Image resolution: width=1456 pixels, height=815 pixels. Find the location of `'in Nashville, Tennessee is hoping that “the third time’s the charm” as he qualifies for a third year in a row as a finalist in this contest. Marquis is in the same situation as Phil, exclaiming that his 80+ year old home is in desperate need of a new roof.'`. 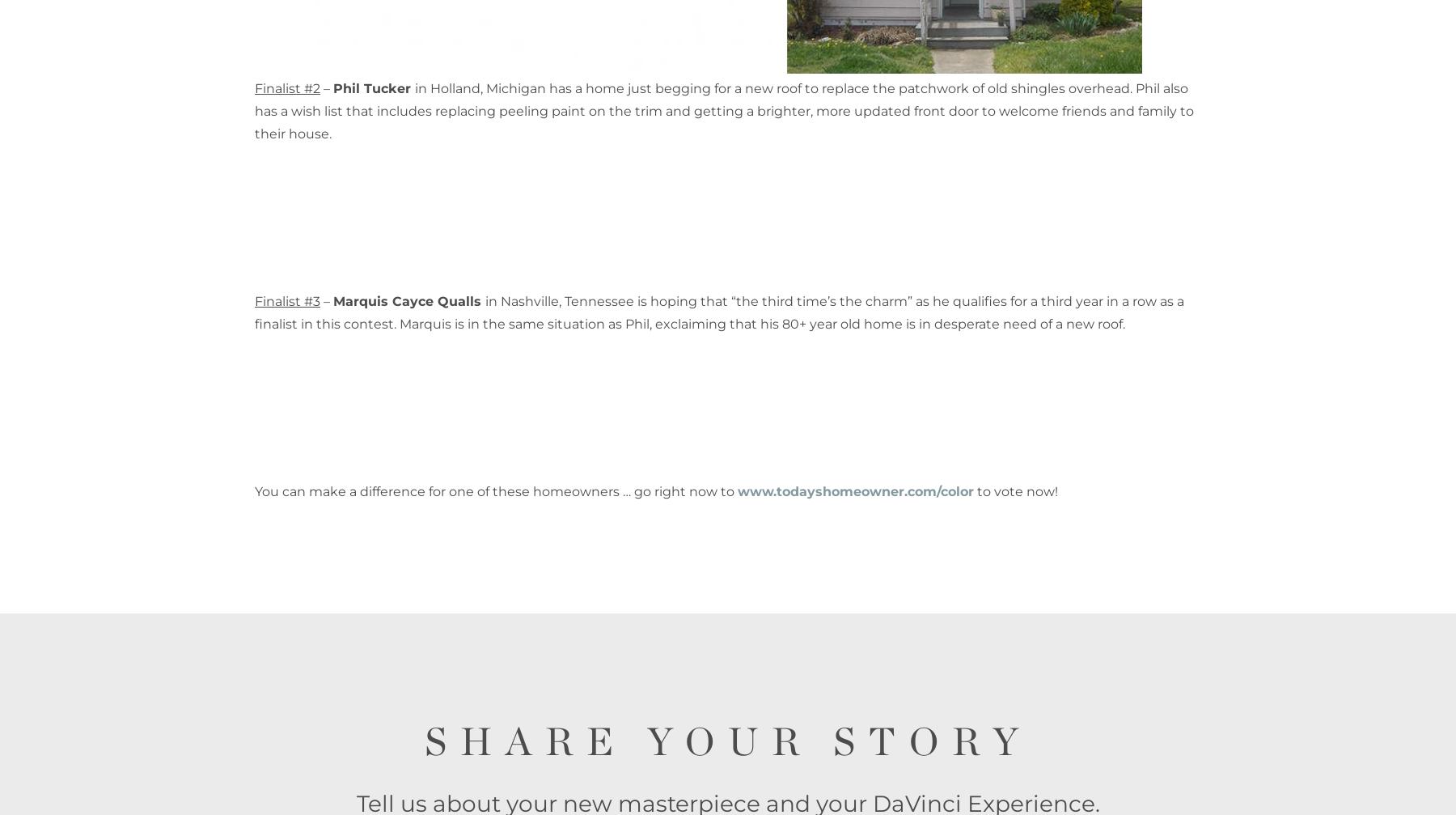

'in Nashville, Tennessee is hoping that “the third time’s the charm” as he qualifies for a third year in a row as a finalist in this contest. Marquis is in the same situation as Phil, exclaiming that his 80+ year old home is in desperate need of a new roof.' is located at coordinates (719, 312).